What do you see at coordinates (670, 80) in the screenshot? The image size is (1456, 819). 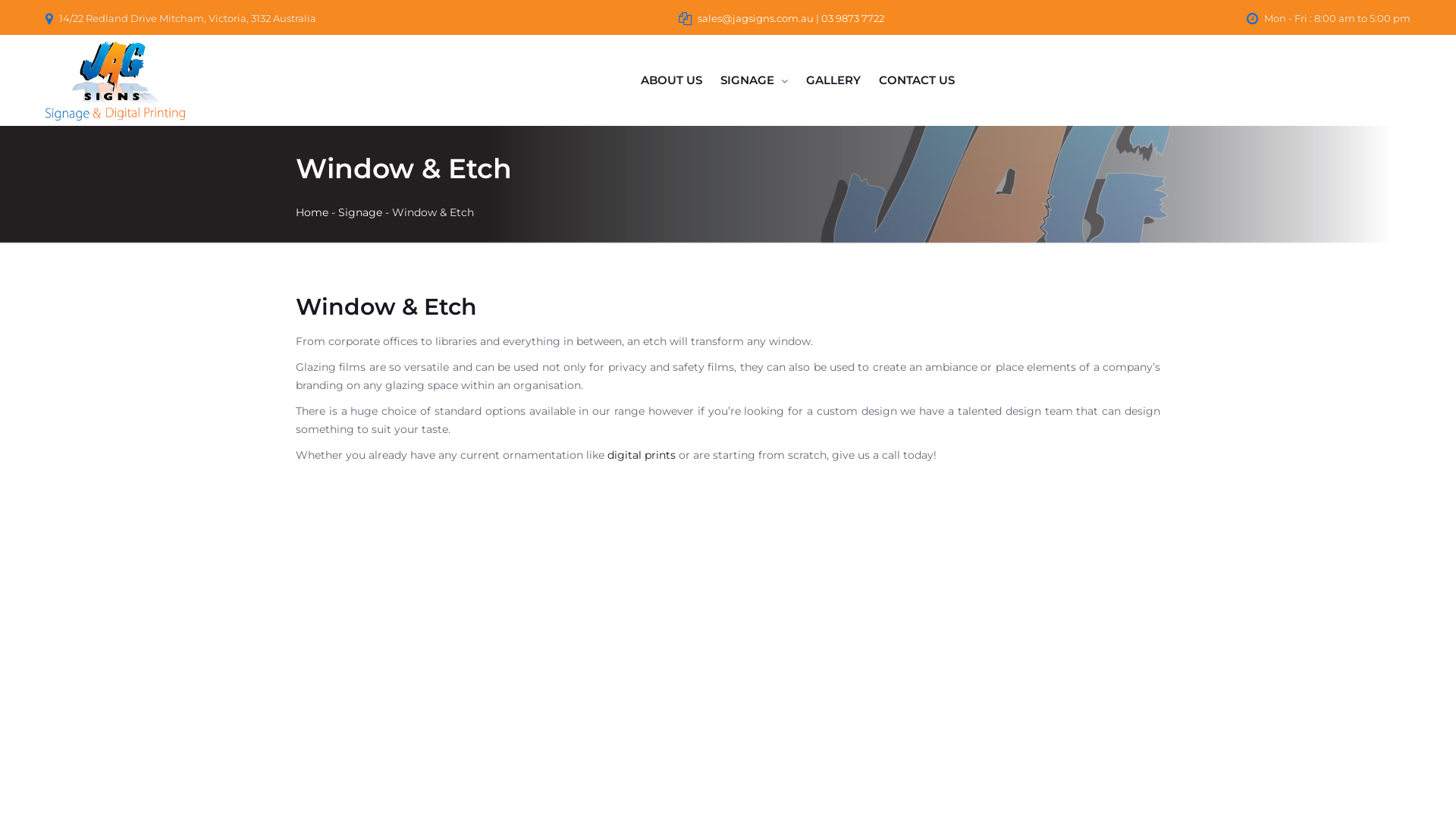 I see `'ABOUT US'` at bounding box center [670, 80].